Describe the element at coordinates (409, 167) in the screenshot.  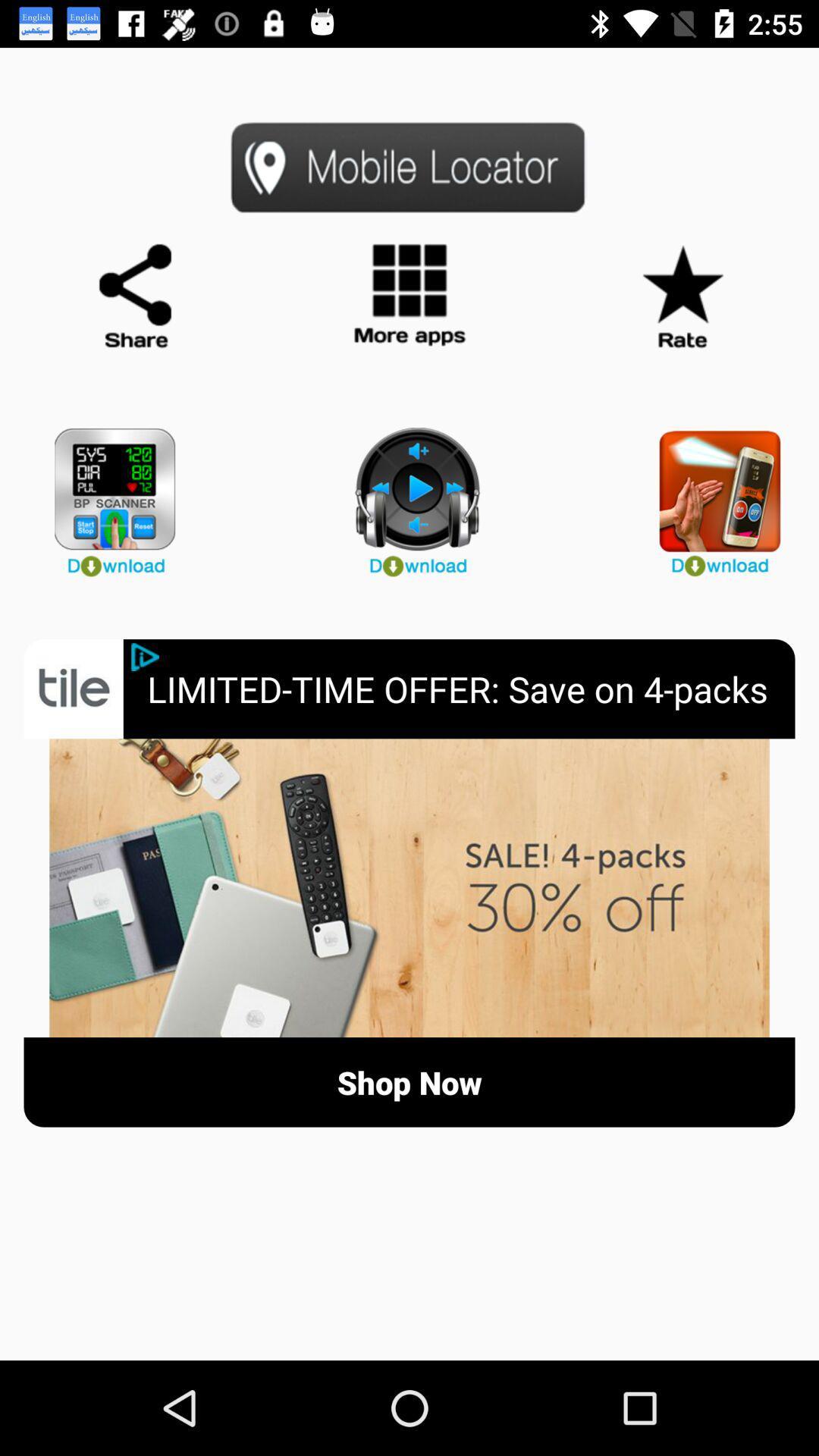
I see `turn mobile location on` at that location.